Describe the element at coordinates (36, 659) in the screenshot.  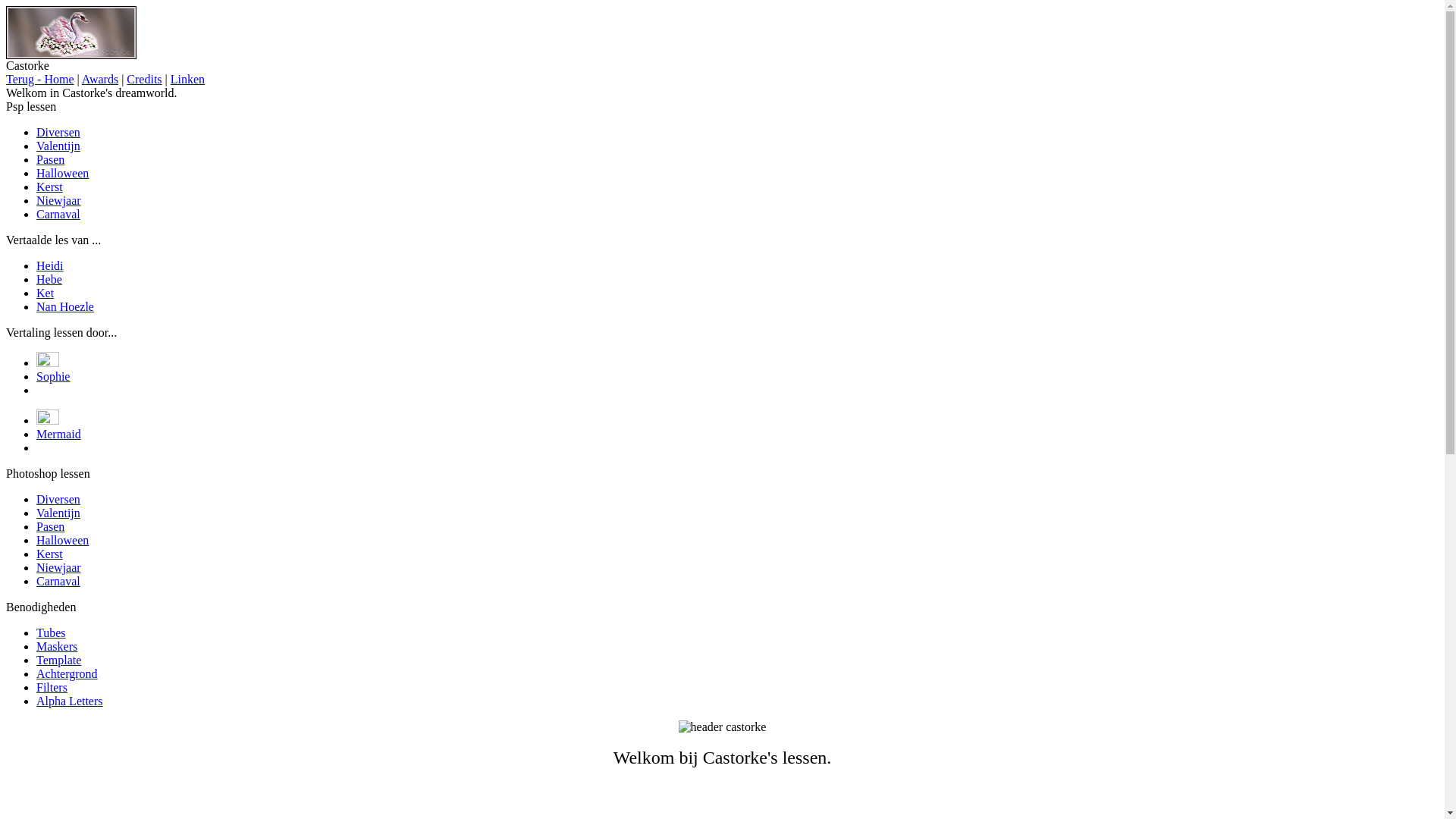
I see `'Template'` at that location.